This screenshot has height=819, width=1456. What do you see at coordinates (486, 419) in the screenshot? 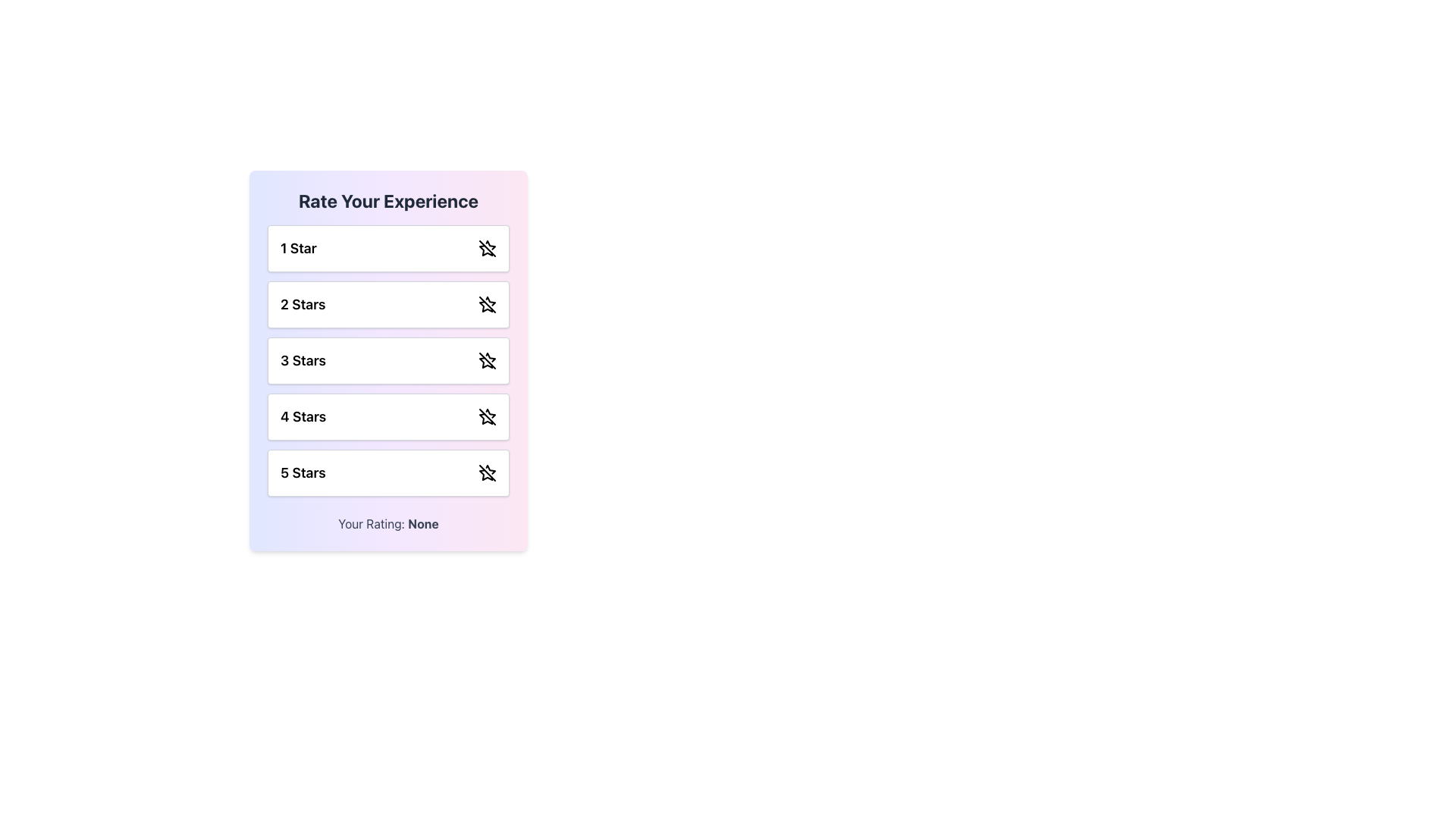
I see `the inactive star selection icon for the fourth rating option labeled '4 Stars'` at bounding box center [486, 419].